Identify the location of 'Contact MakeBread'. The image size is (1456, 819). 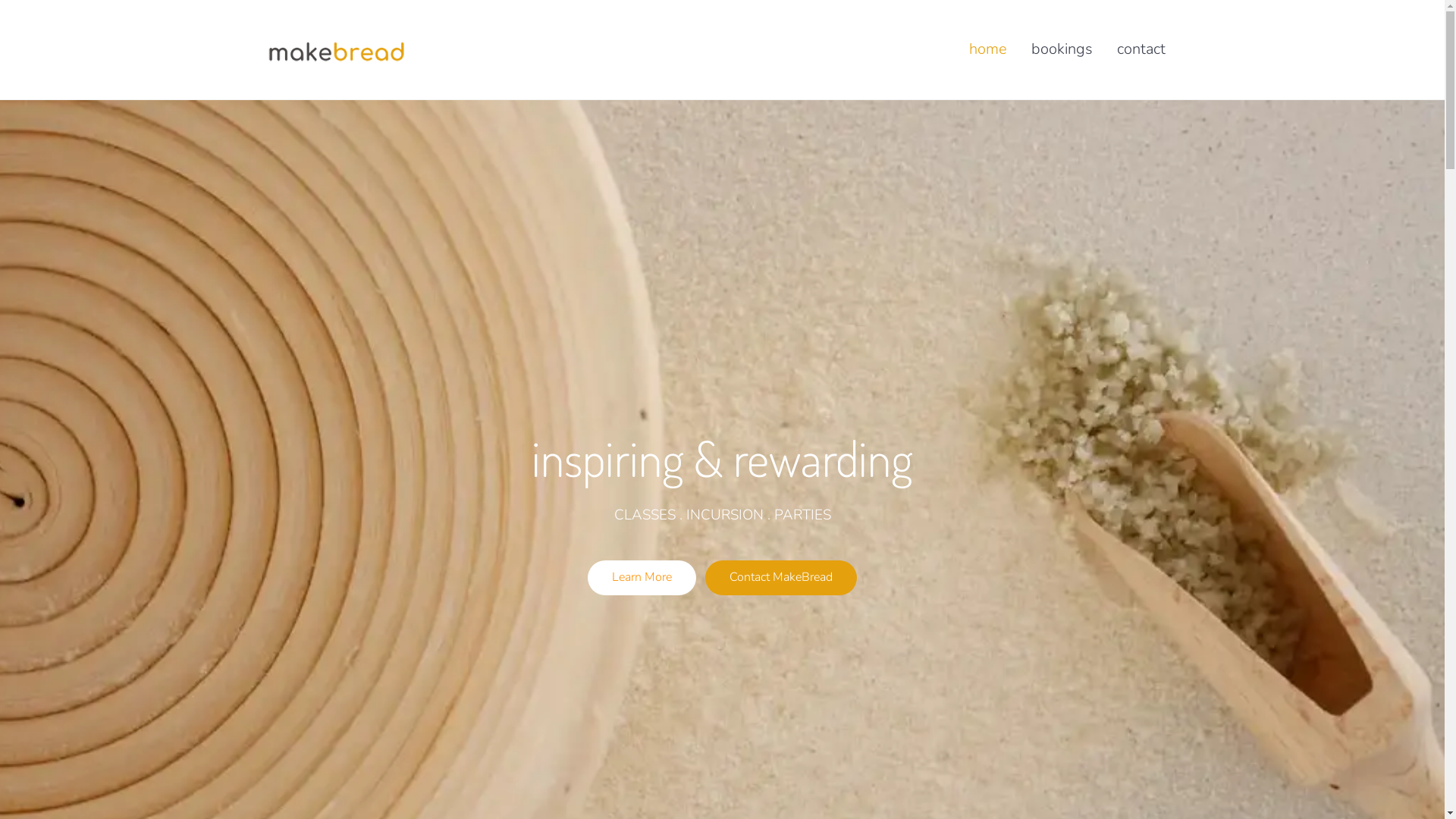
(781, 578).